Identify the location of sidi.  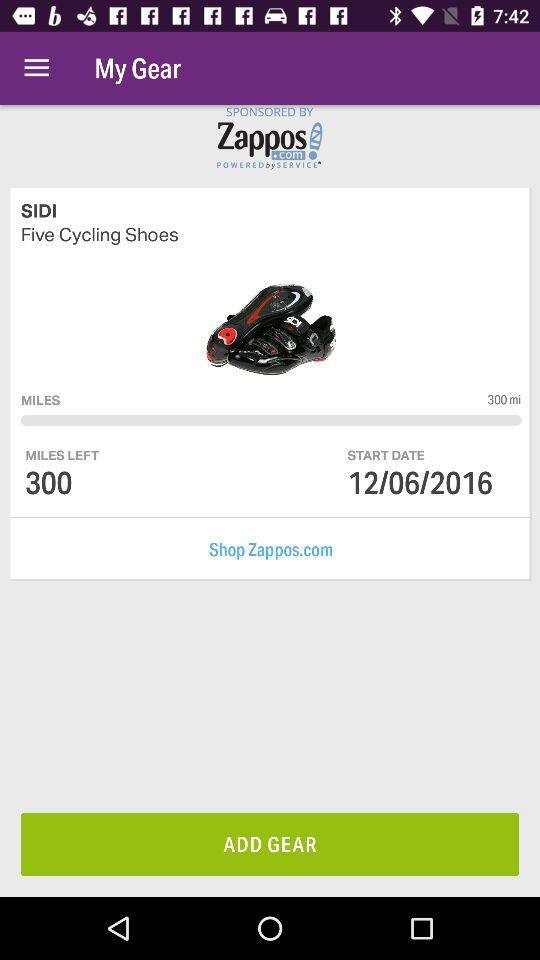
(270, 210).